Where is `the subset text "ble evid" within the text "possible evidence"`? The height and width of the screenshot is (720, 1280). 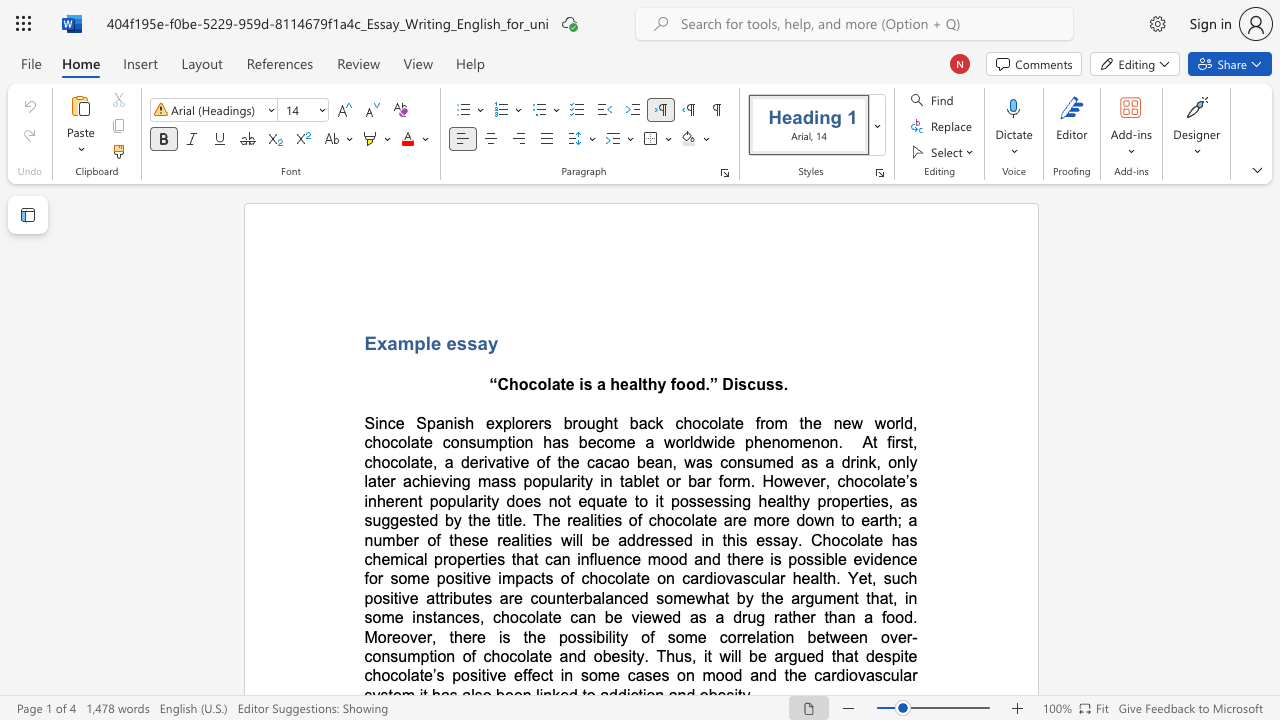 the subset text "ble evid" within the text "possible evidence" is located at coordinates (825, 559).